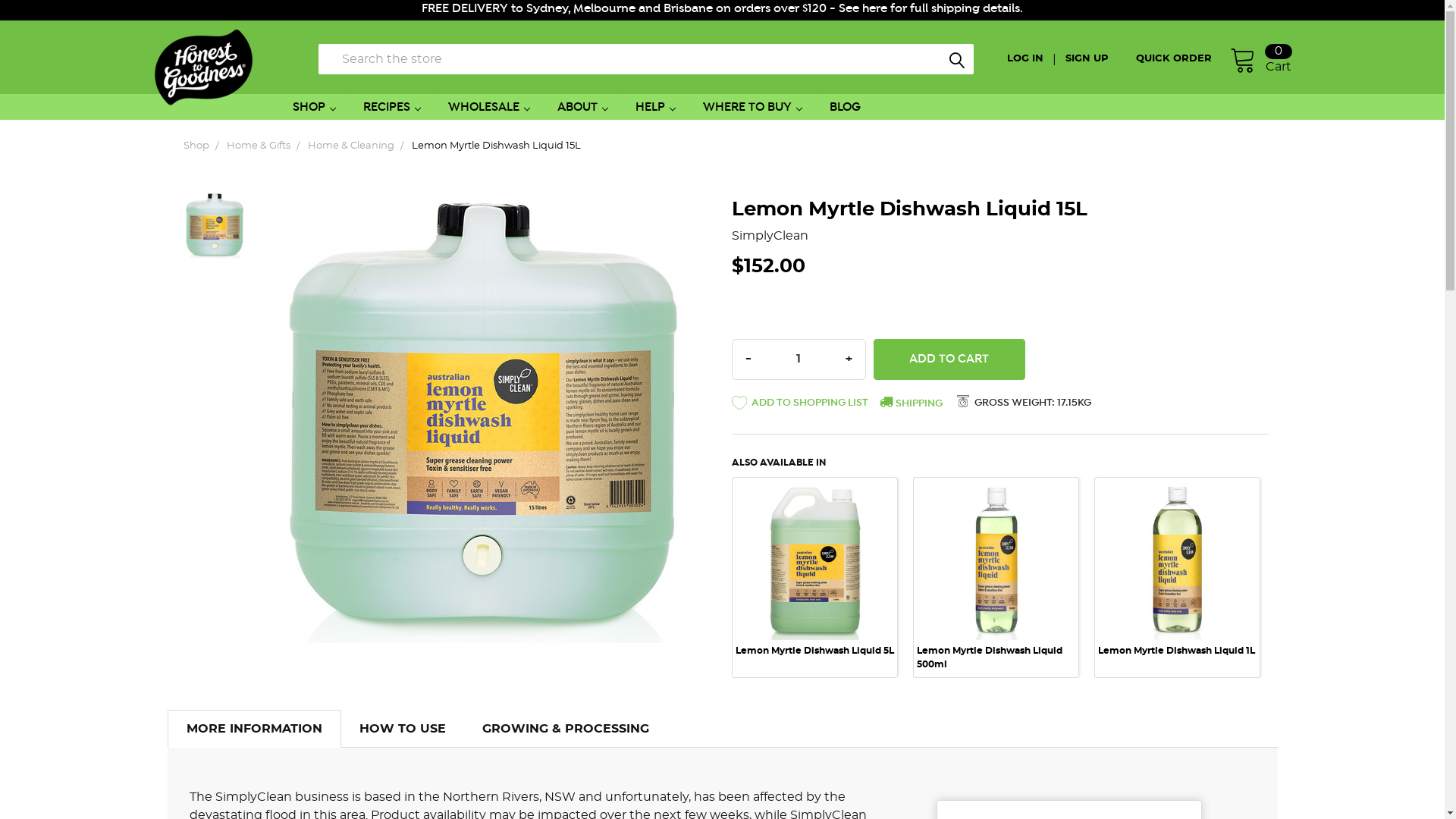 This screenshot has width=1456, height=819. What do you see at coordinates (747, 359) in the screenshot?
I see `'DECREASE QUANTITY:` at bounding box center [747, 359].